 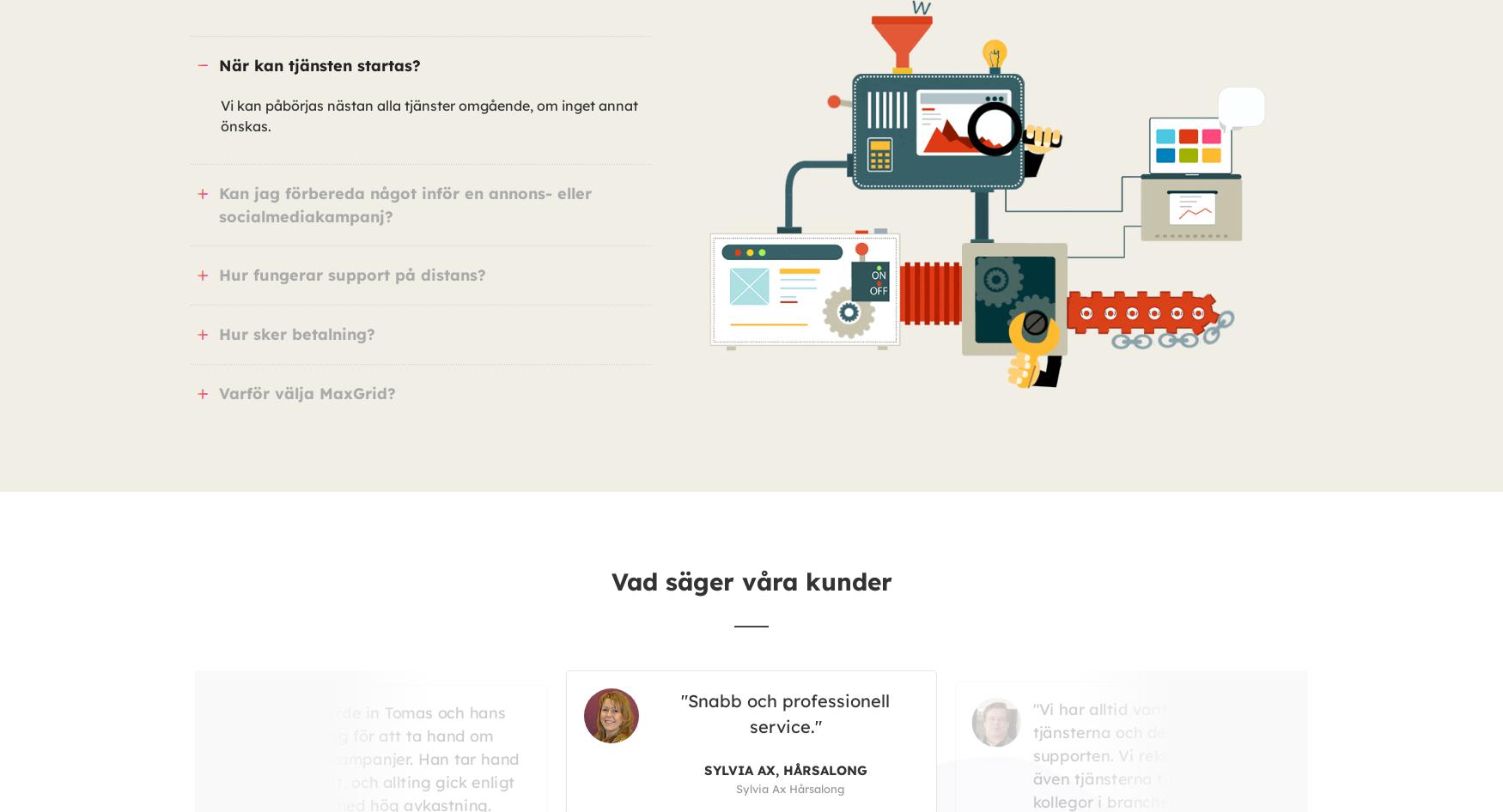 What do you see at coordinates (1040, 758) in the screenshot?
I see `'Omsin AB'` at bounding box center [1040, 758].